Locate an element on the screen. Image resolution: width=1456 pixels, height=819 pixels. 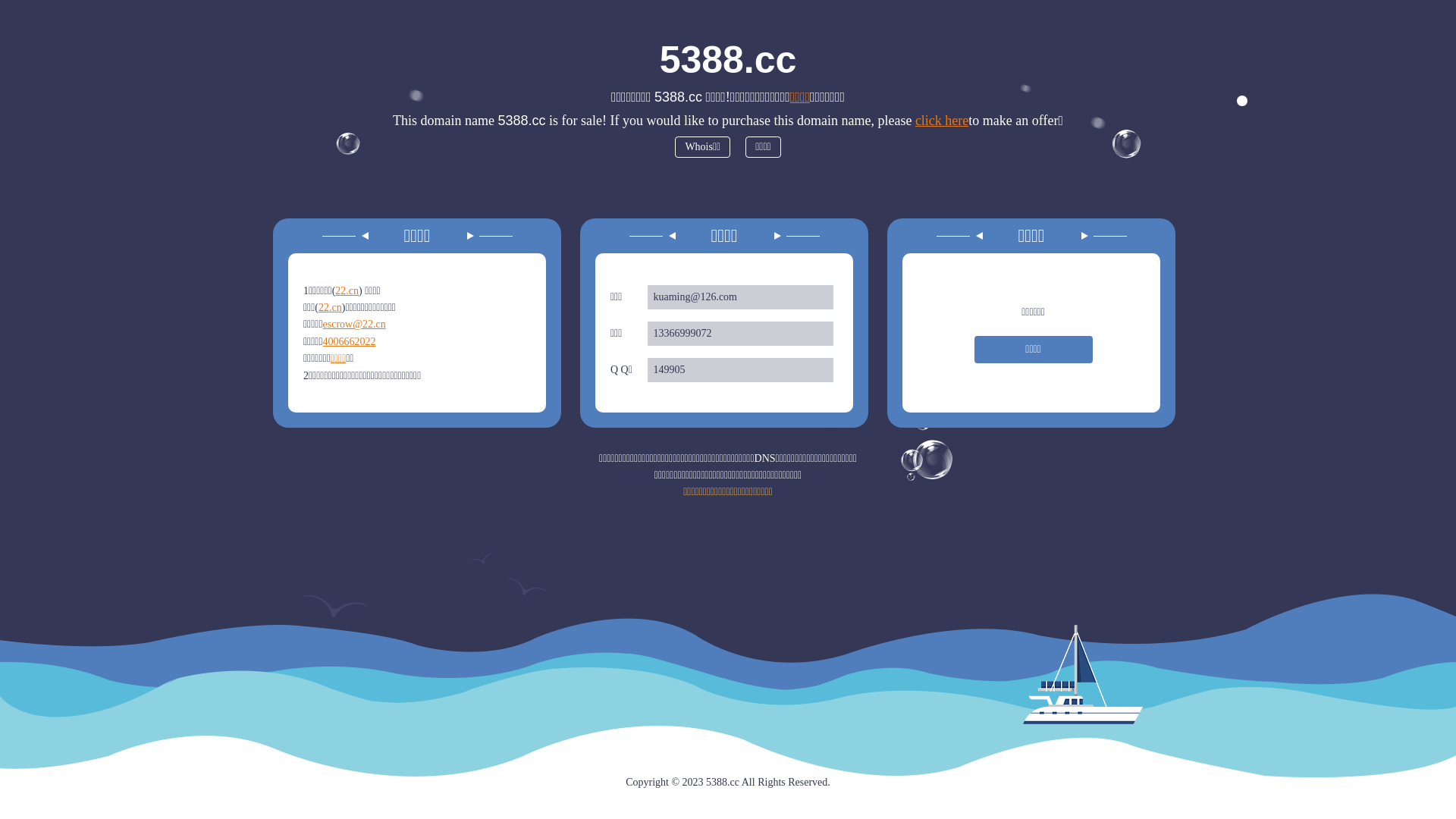
'22.cn' is located at coordinates (318, 307).